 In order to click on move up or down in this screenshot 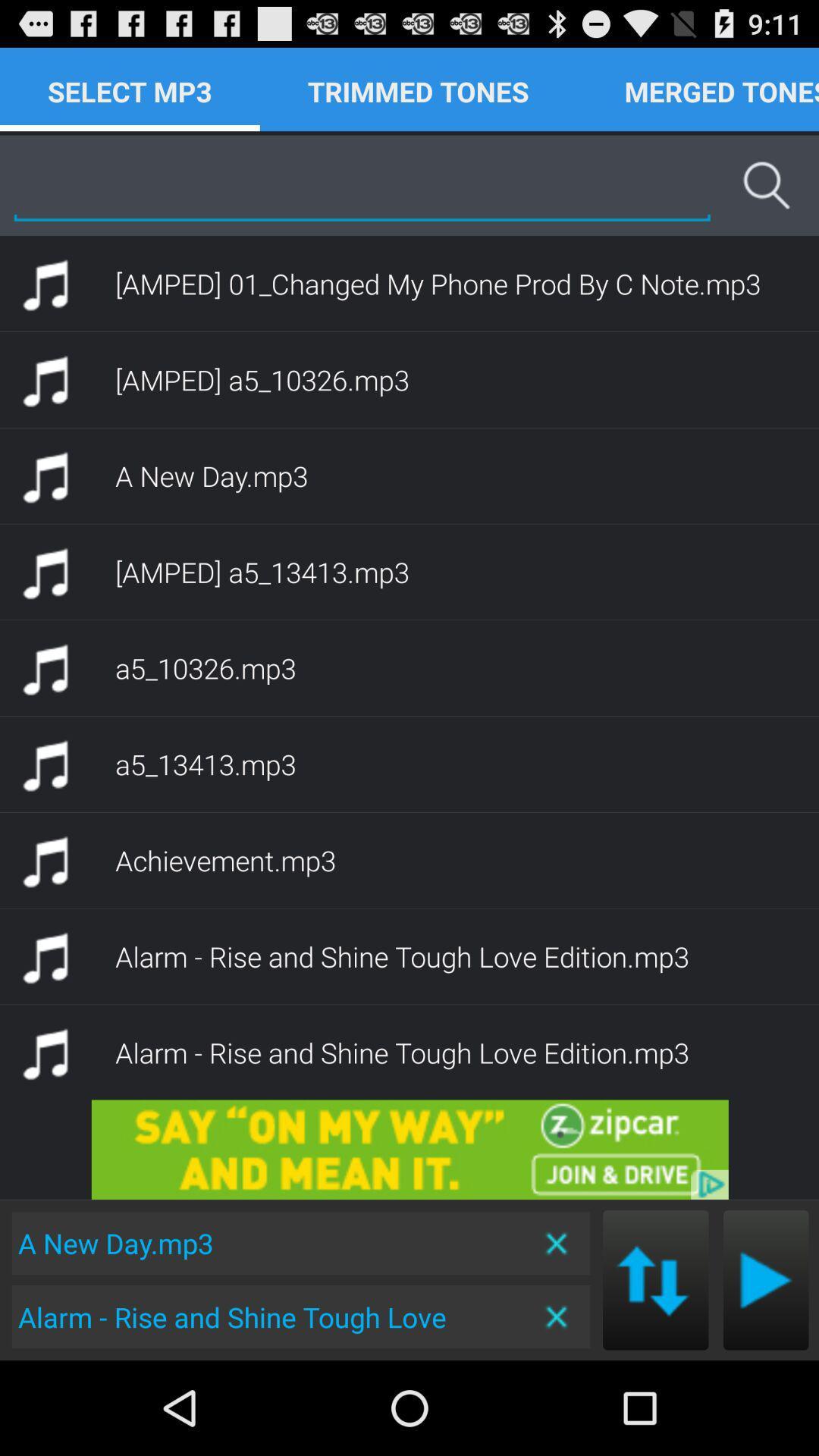, I will do `click(654, 1279)`.